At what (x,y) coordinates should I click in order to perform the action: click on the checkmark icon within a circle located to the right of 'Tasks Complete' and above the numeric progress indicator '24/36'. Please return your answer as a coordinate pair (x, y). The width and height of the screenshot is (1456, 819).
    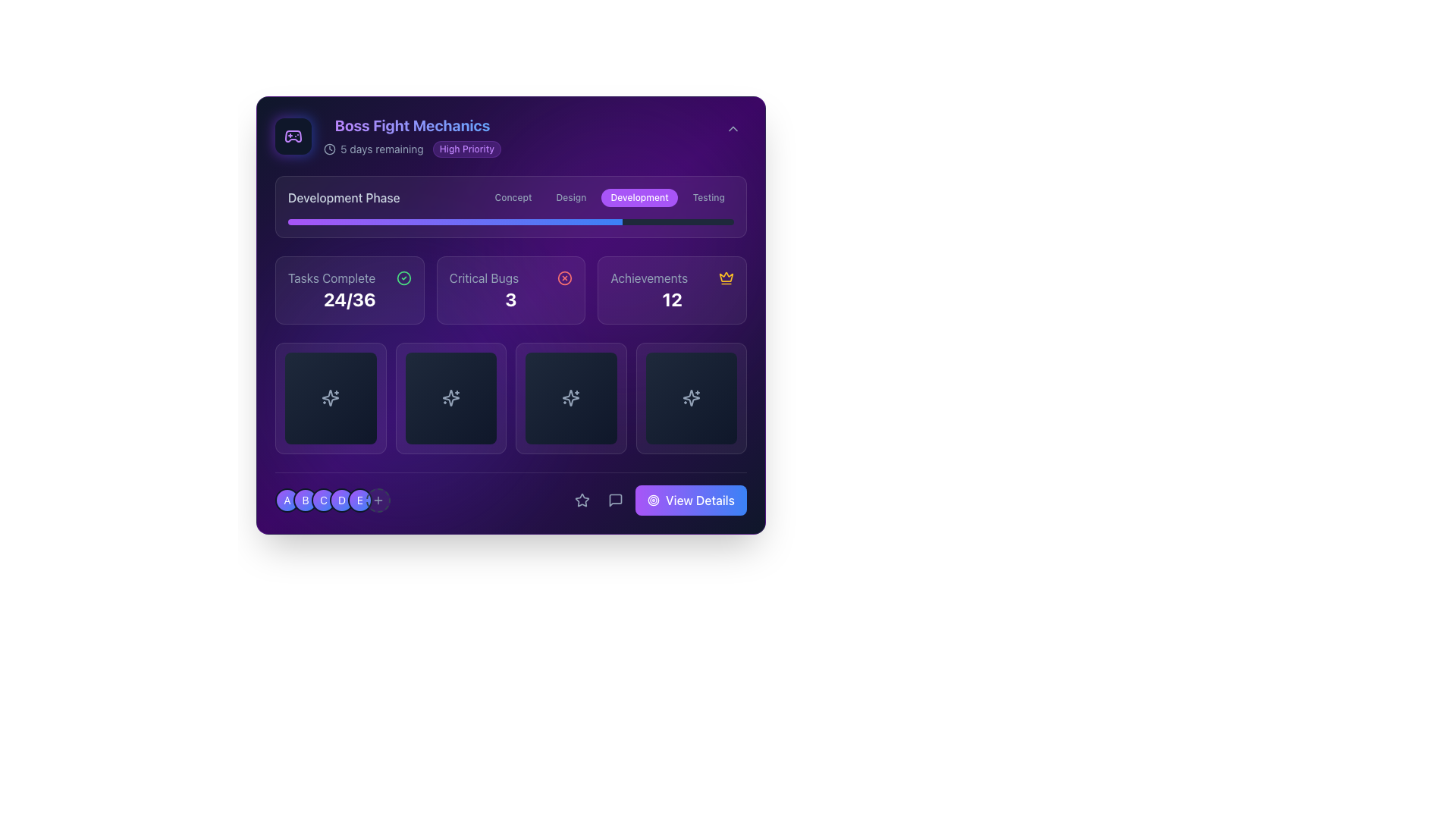
    Looking at the image, I should click on (403, 278).